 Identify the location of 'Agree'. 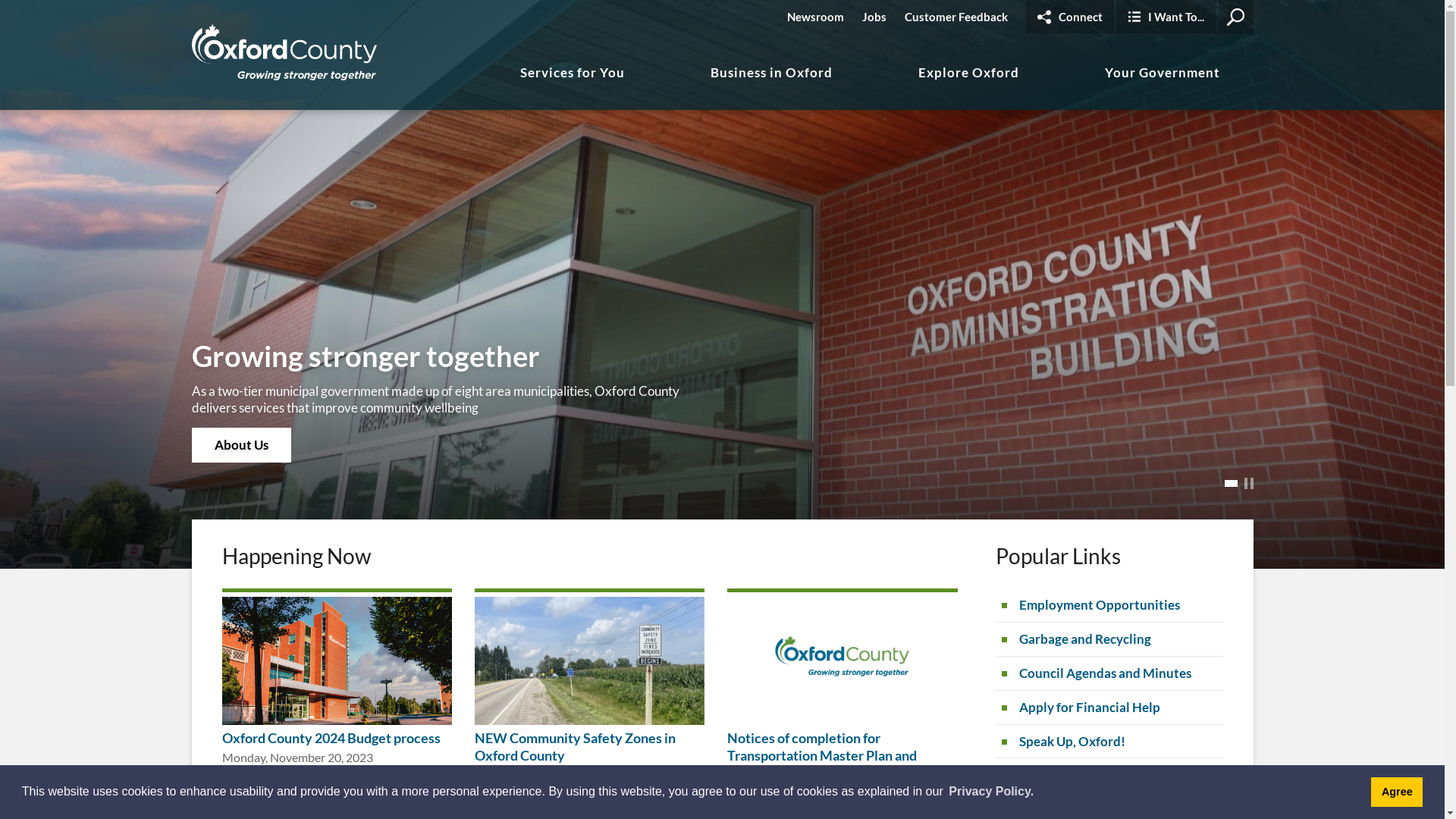
(1396, 791).